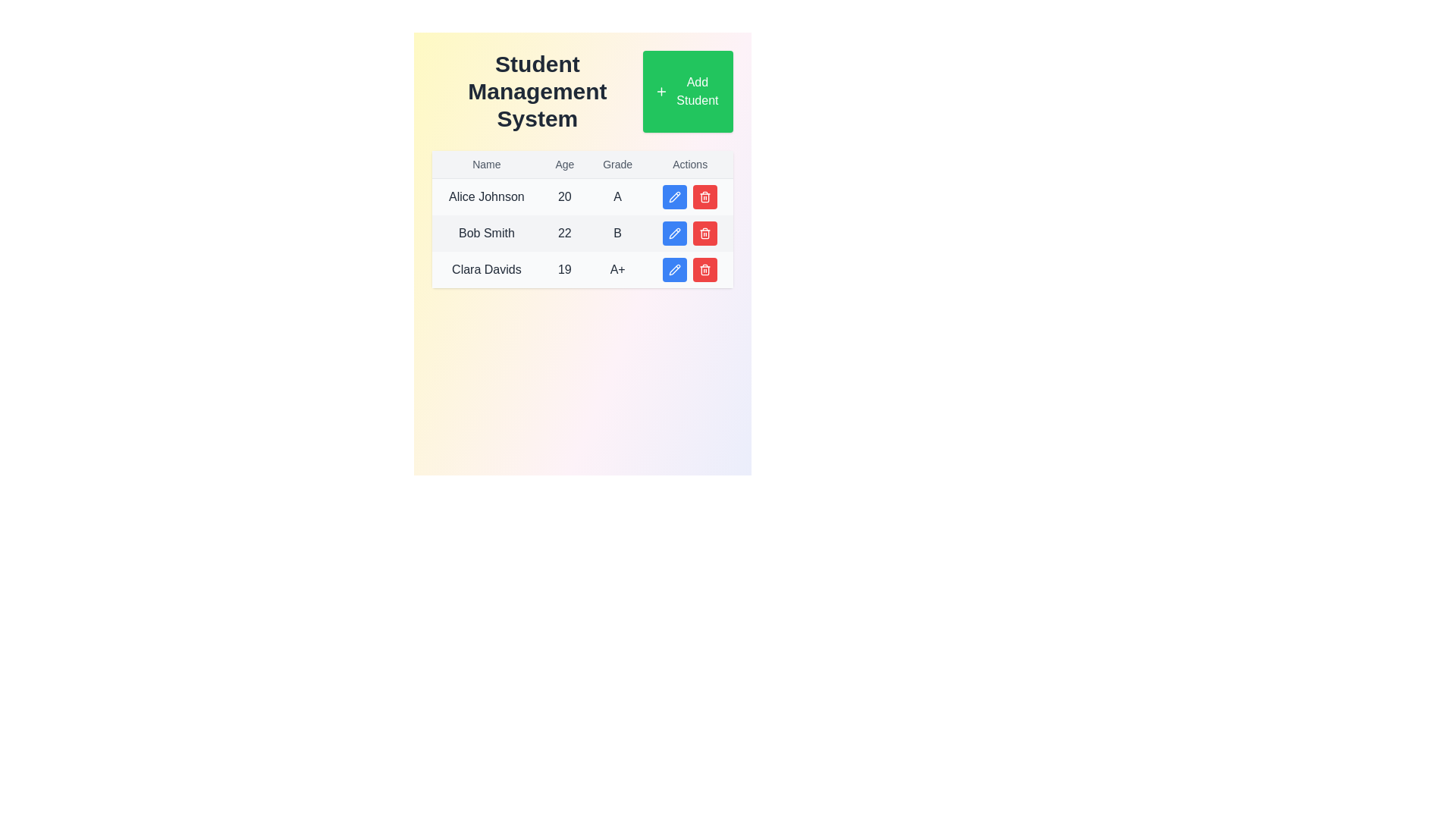 The width and height of the screenshot is (1456, 819). What do you see at coordinates (704, 234) in the screenshot?
I see `the second red button with a trash icon in the 'Actions' column of the second row in the student management table` at bounding box center [704, 234].